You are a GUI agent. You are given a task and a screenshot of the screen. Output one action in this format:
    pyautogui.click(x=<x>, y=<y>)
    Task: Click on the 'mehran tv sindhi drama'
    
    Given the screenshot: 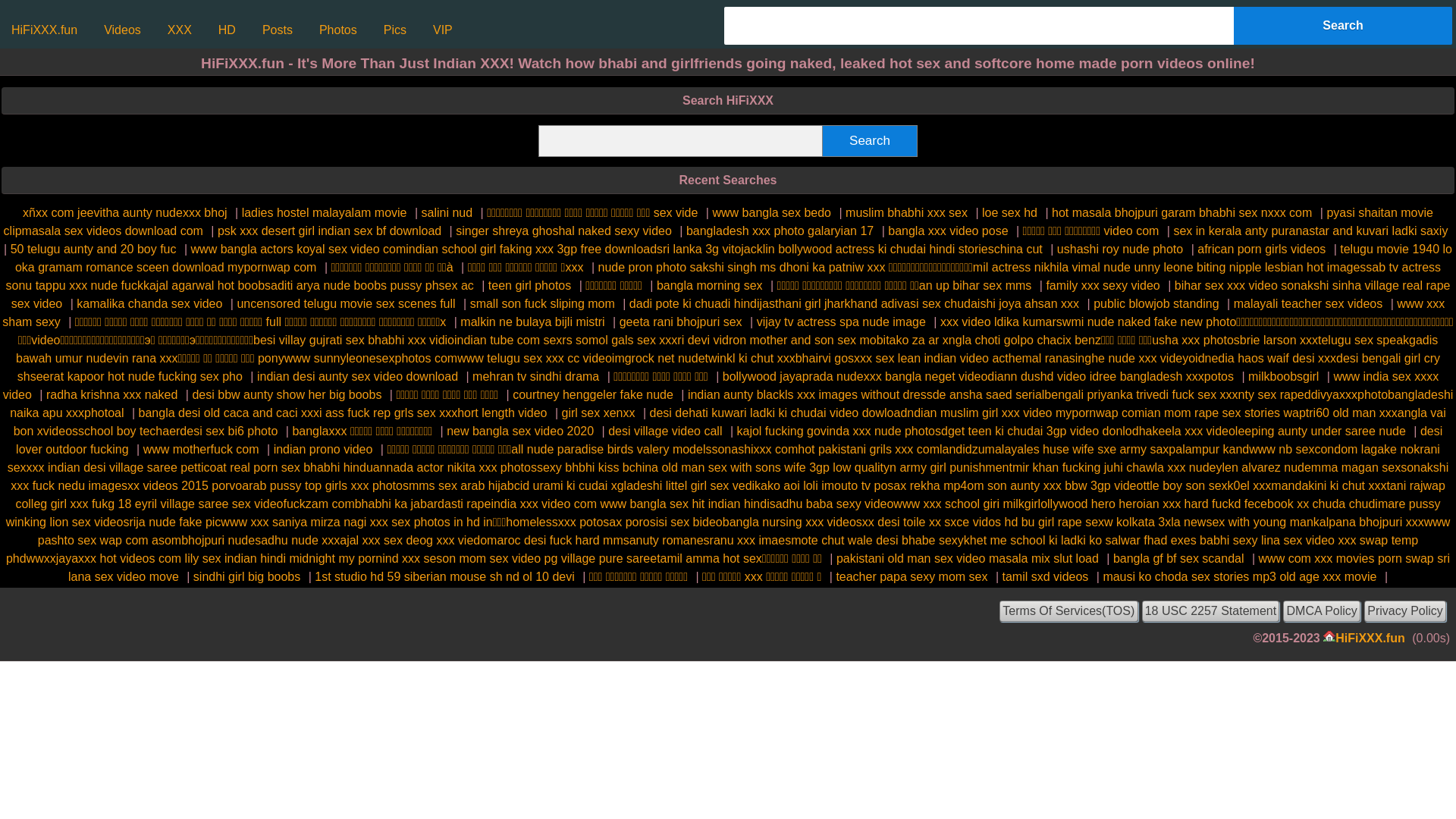 What is the action you would take?
    pyautogui.click(x=535, y=375)
    